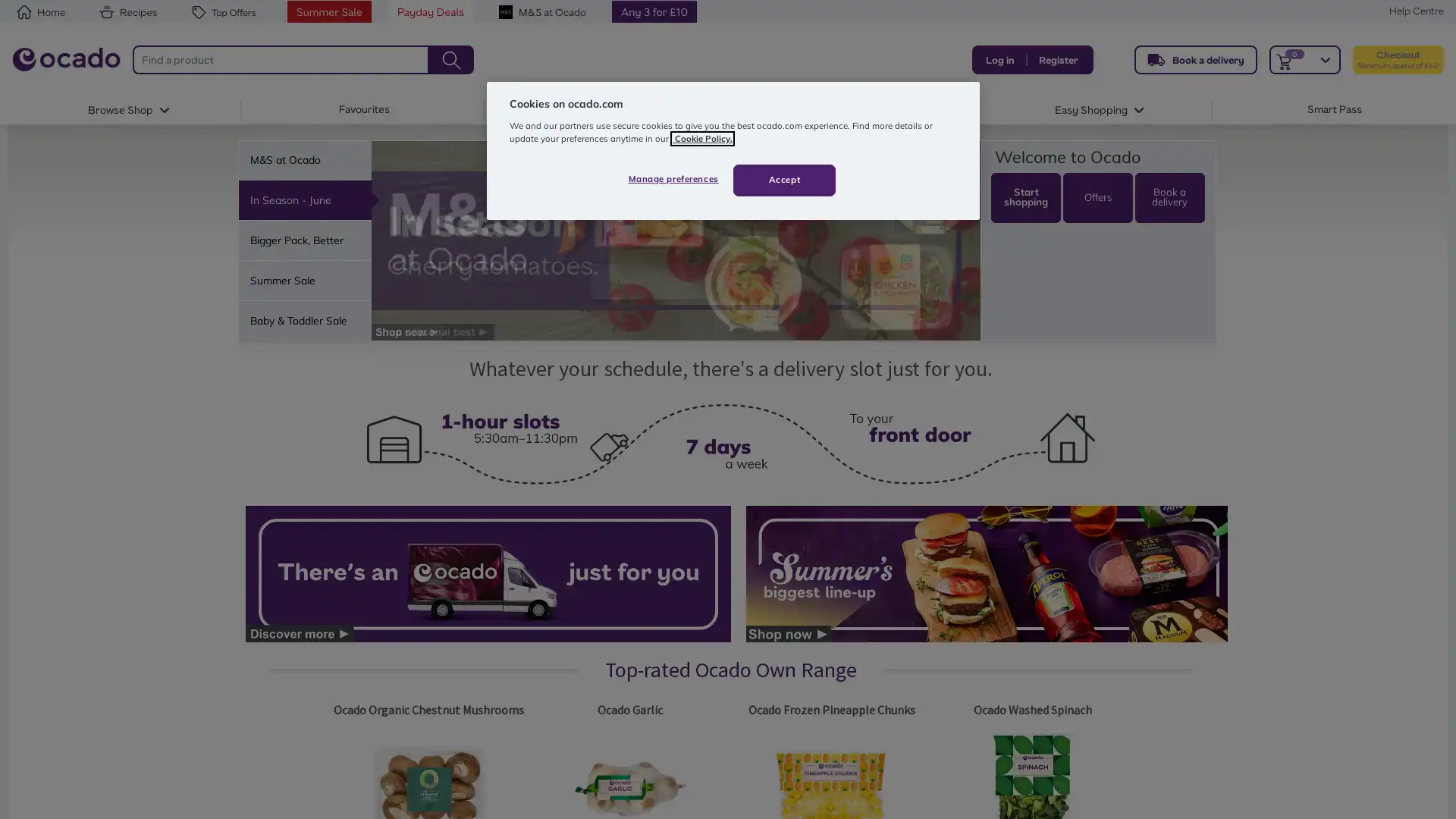  I want to click on Manage preferences, so click(672, 177).